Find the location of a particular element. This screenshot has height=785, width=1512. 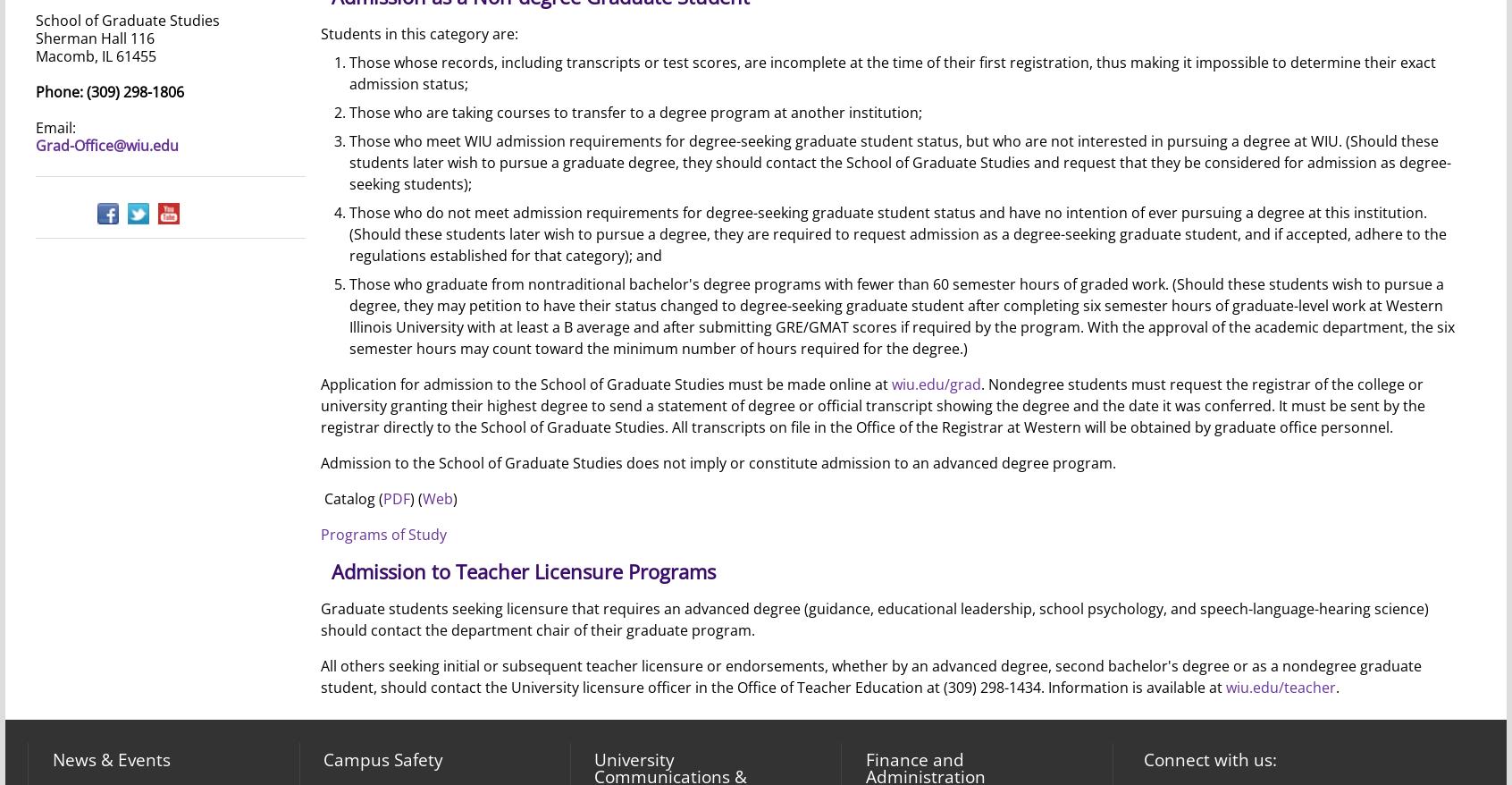

'News & Events' is located at coordinates (51, 759).